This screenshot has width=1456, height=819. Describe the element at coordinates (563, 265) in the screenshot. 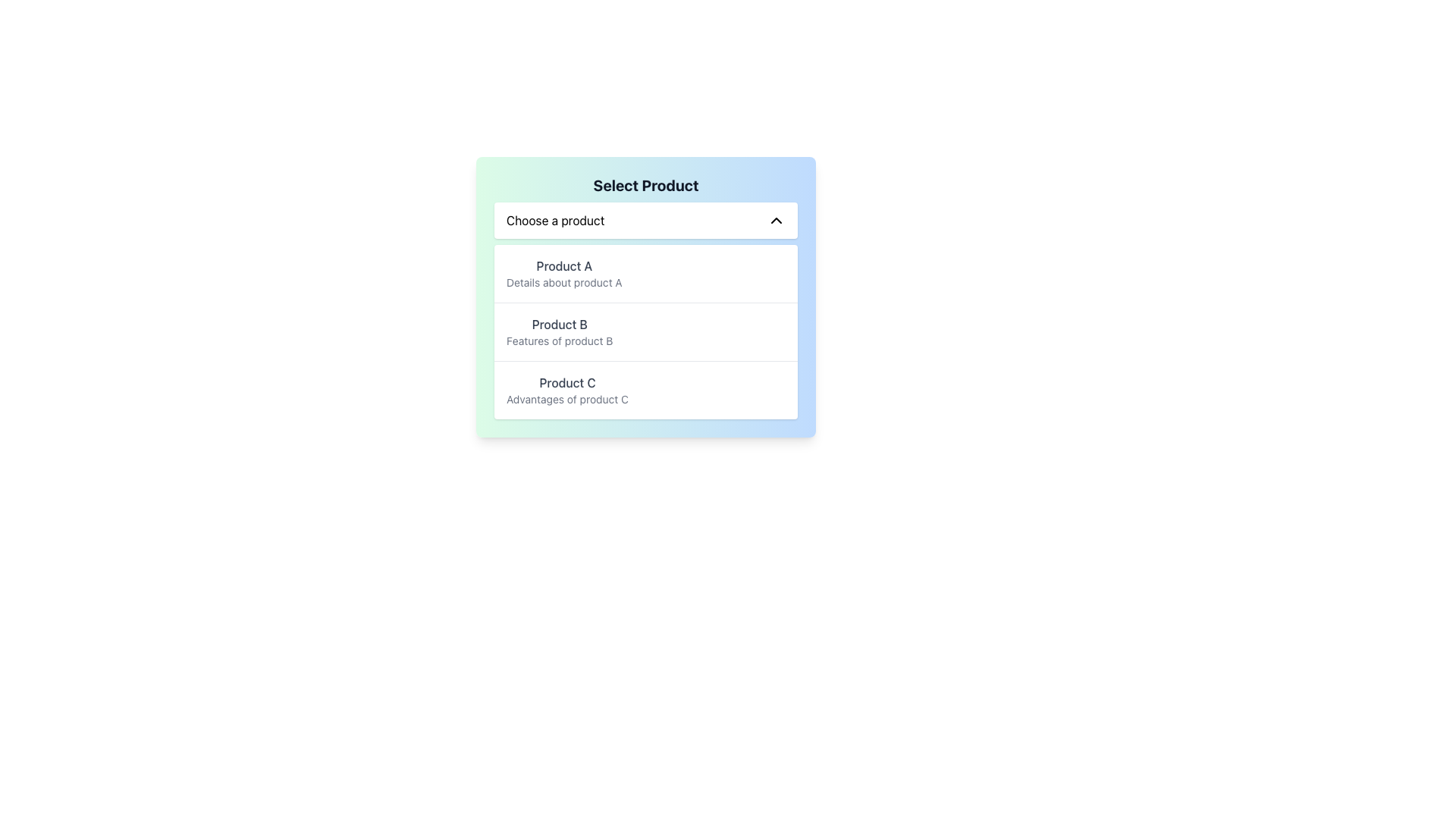

I see `the text label displaying 'Product A' in the dropdown menu under 'Choose a product', which is the main title of the first product option` at that location.